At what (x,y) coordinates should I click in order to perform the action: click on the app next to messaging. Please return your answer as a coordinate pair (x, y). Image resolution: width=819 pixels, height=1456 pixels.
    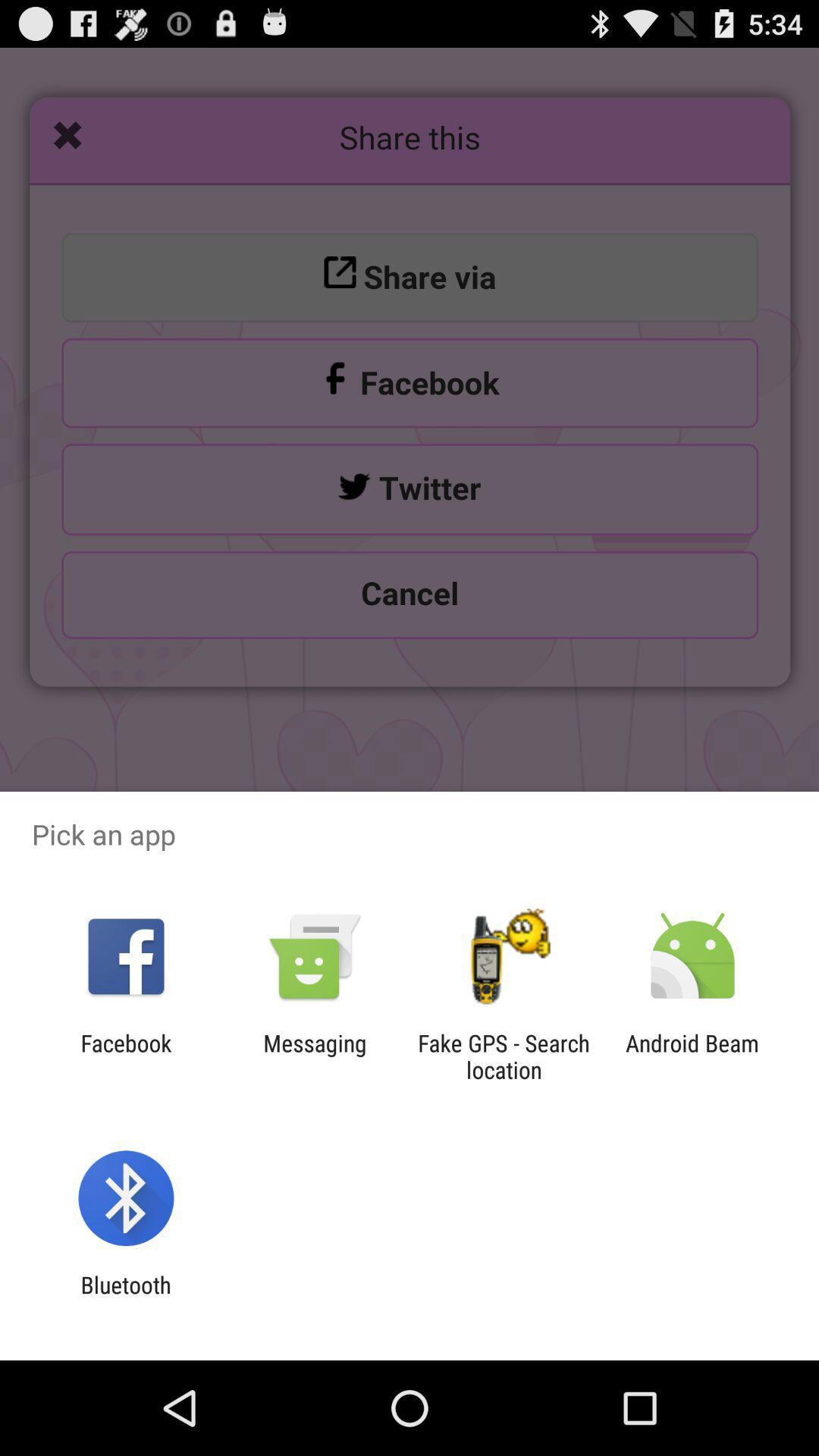
    Looking at the image, I should click on (504, 1056).